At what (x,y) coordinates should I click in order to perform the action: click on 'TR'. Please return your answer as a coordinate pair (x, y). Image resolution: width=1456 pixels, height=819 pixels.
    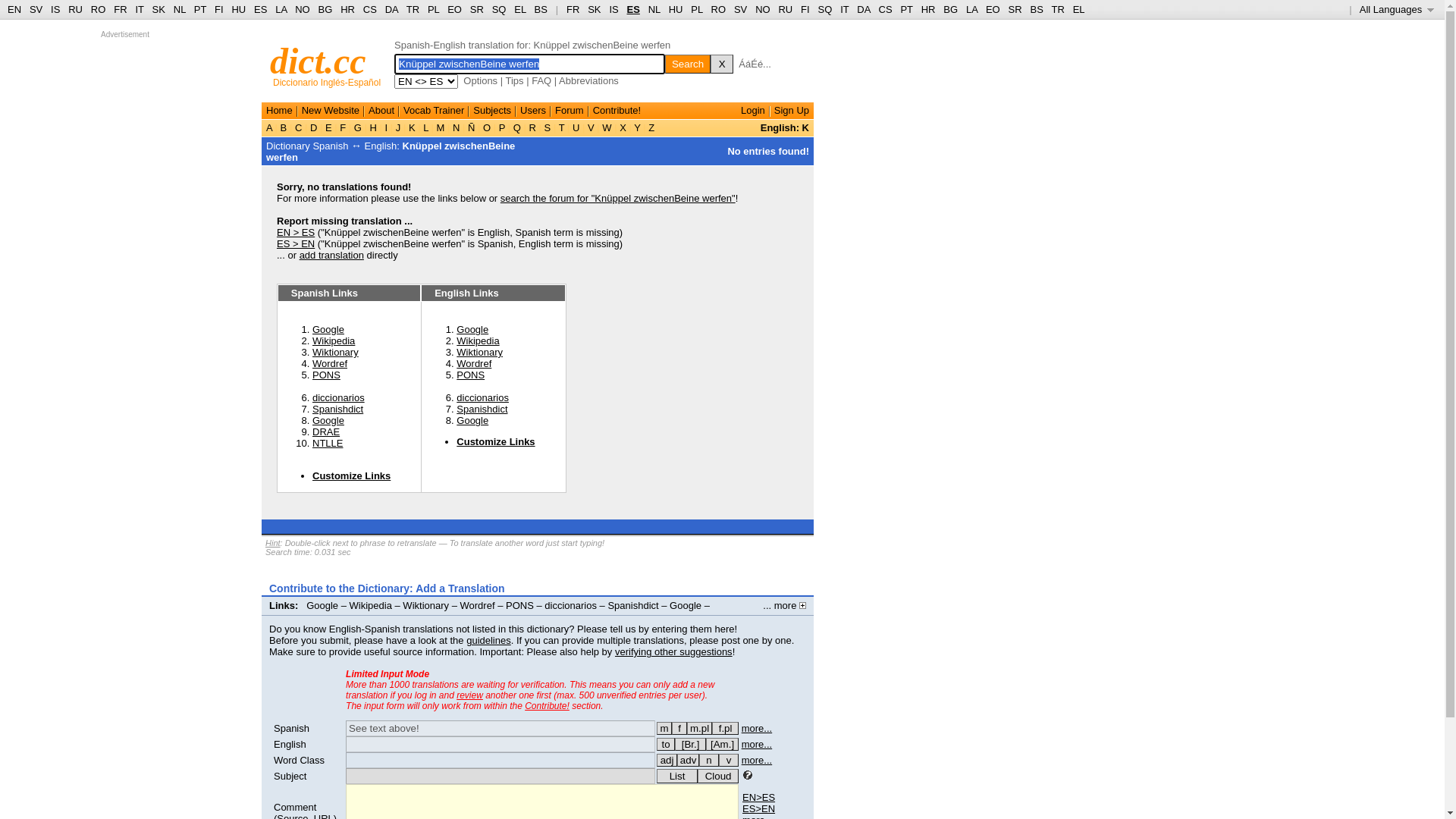
    Looking at the image, I should click on (413, 9).